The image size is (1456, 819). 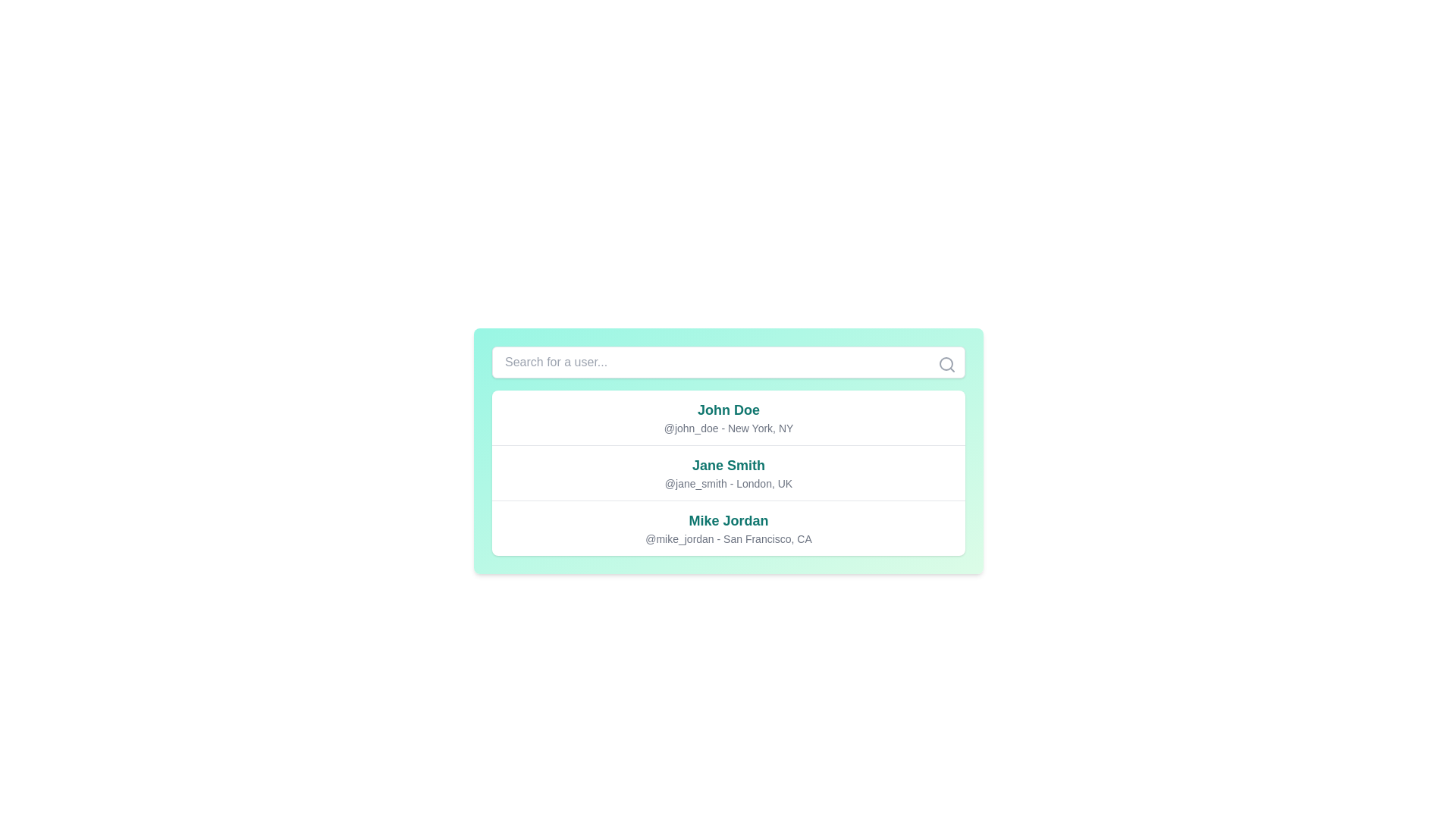 What do you see at coordinates (728, 538) in the screenshot?
I see `the text label that reads '@mike_jordan - San Francisco, CA', which is styled in small gray font and located below the larger text 'Mike Jordan' in a user-detail card` at bounding box center [728, 538].